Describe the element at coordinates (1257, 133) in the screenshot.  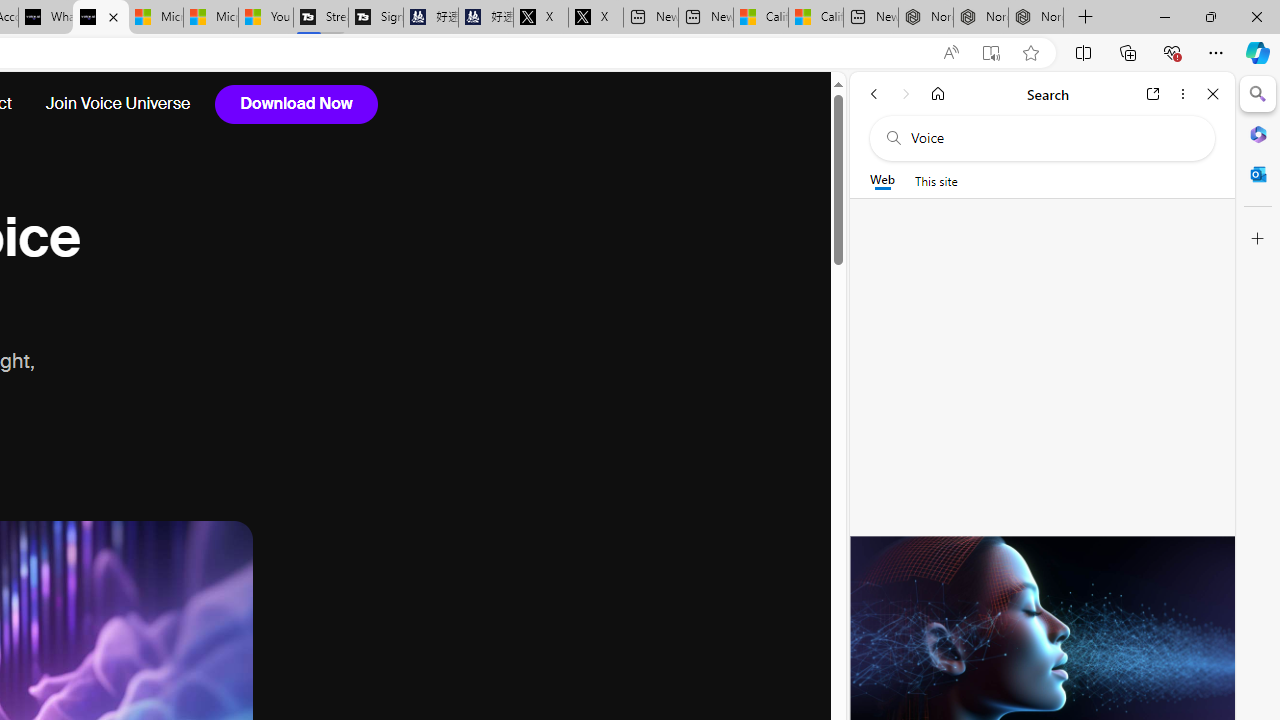
I see `'Microsoft 365'` at that location.